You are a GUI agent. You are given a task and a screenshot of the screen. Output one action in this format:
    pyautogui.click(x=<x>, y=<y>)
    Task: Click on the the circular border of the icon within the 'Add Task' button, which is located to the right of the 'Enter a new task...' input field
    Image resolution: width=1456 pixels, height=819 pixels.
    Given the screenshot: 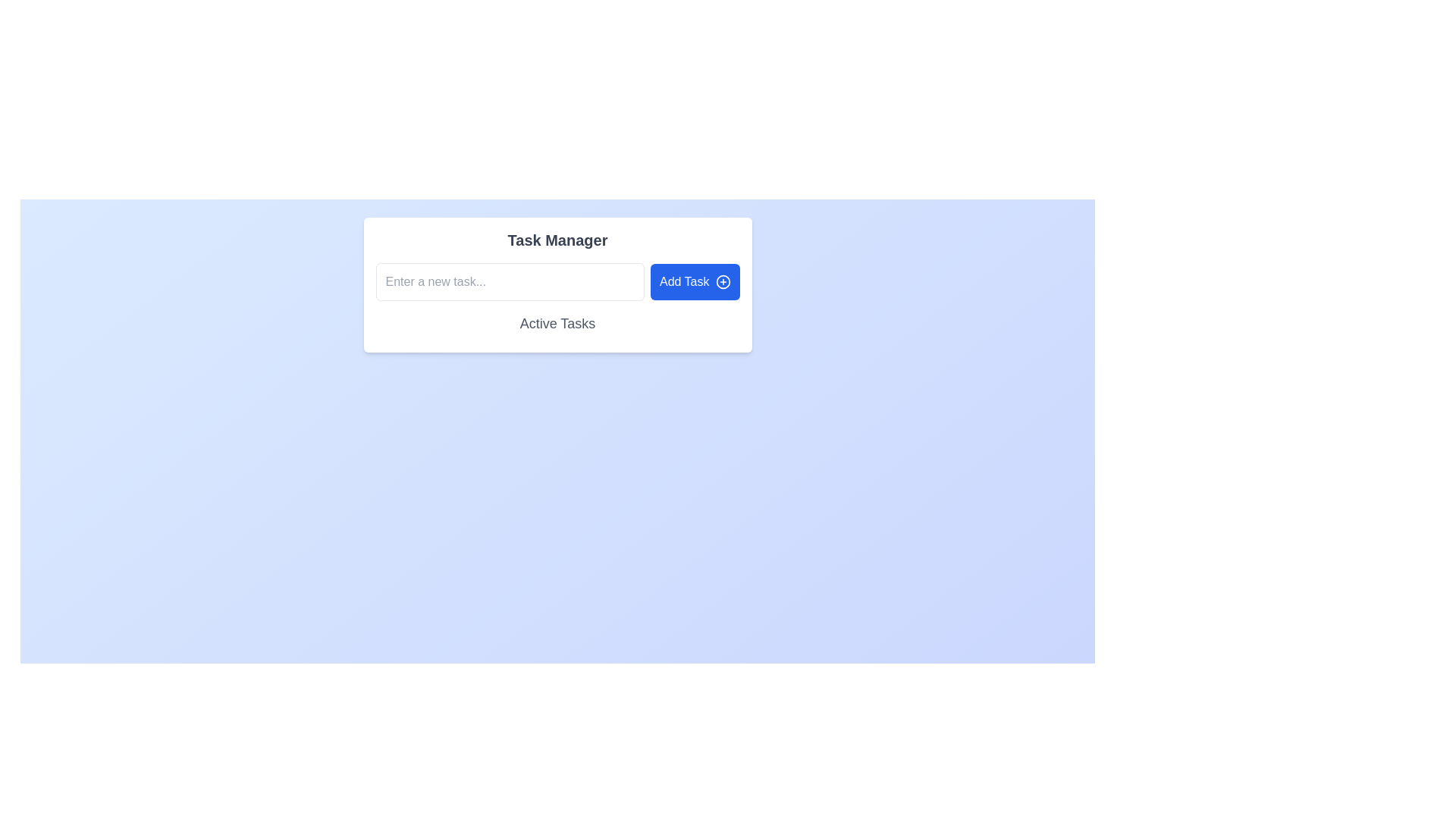 What is the action you would take?
    pyautogui.click(x=722, y=281)
    